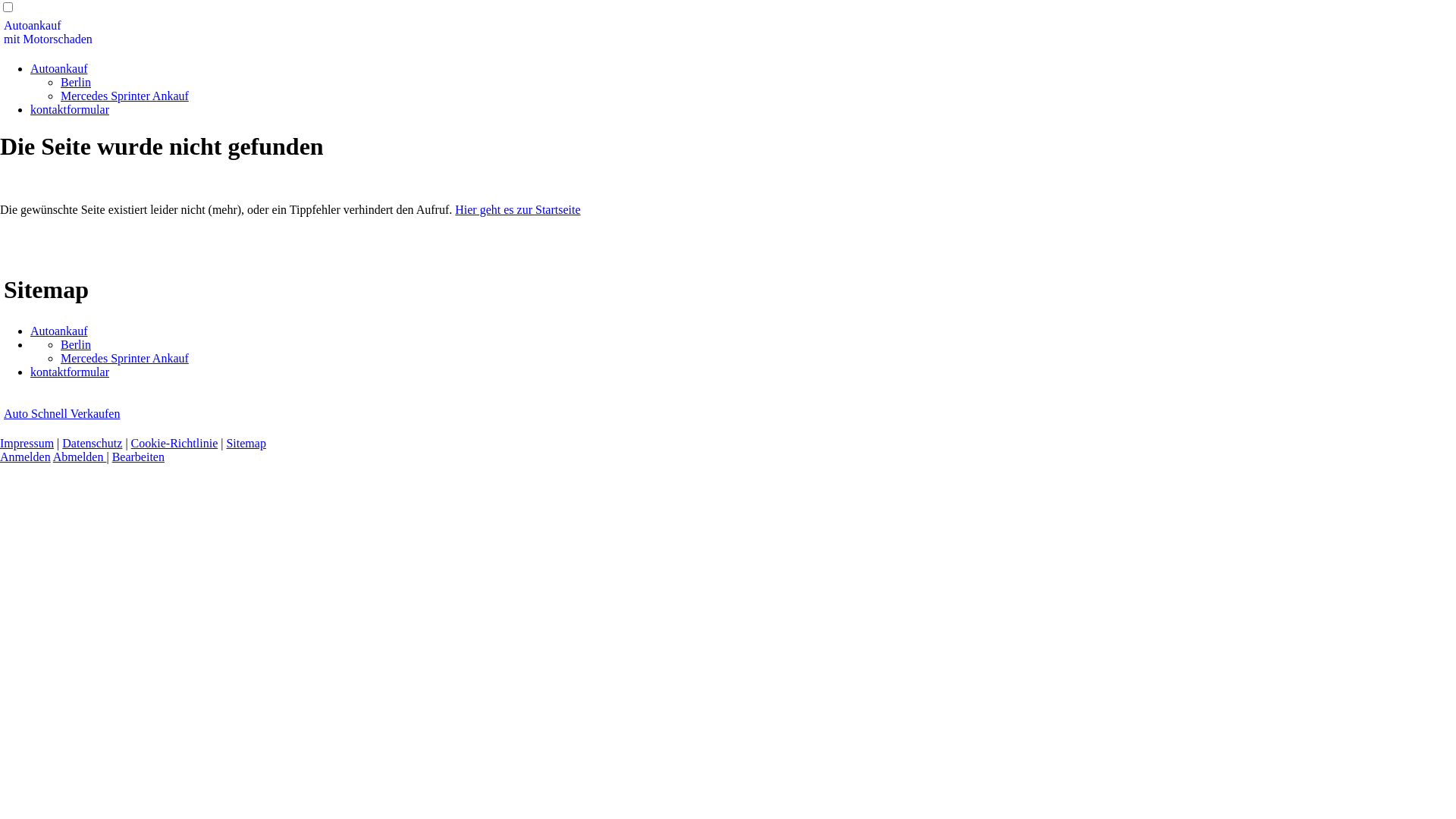 This screenshot has height=819, width=1456. I want to click on 'Autoankauf, so click(3, 32).